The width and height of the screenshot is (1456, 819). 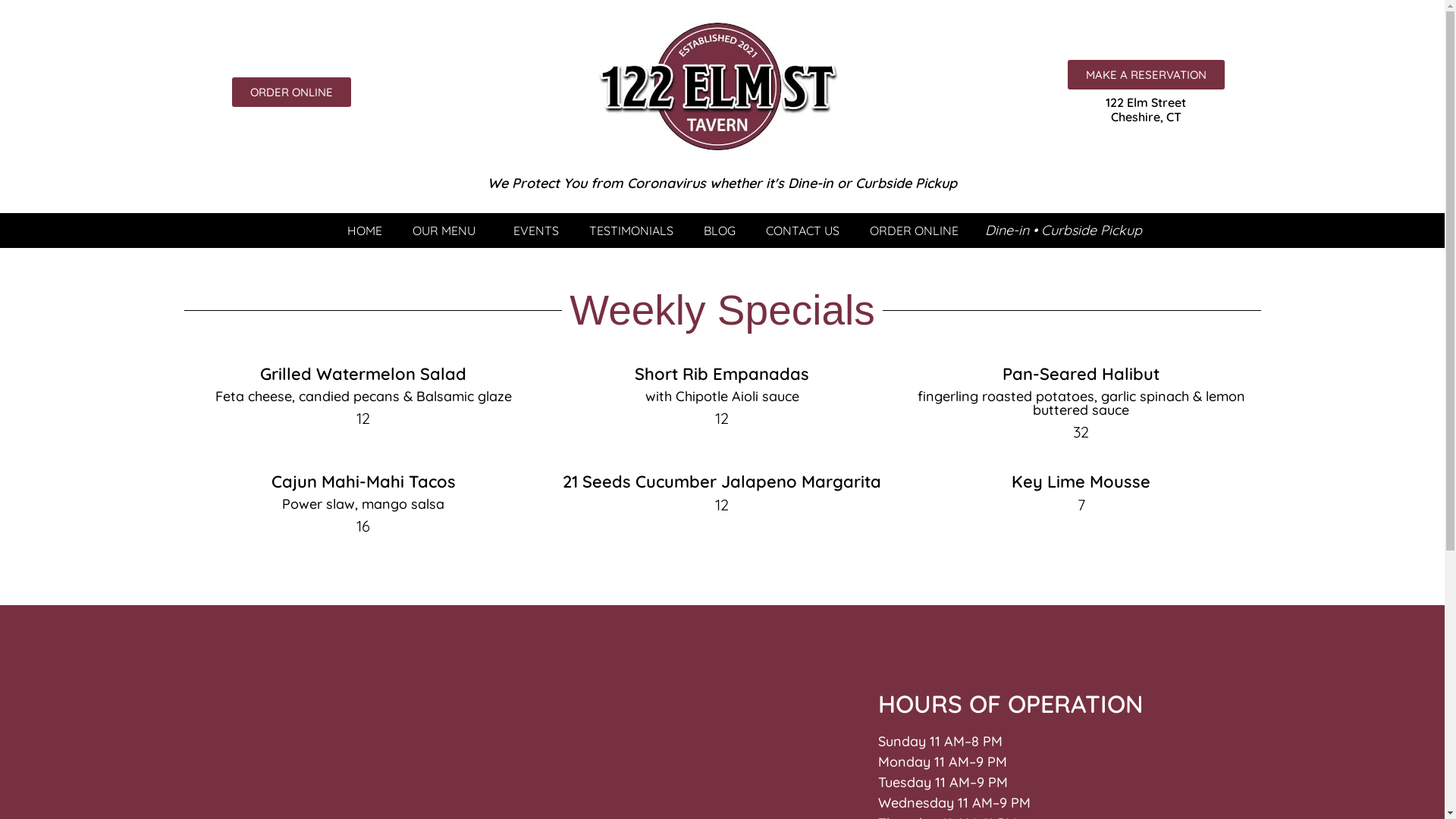 I want to click on 'BLOG', so click(x=719, y=231).